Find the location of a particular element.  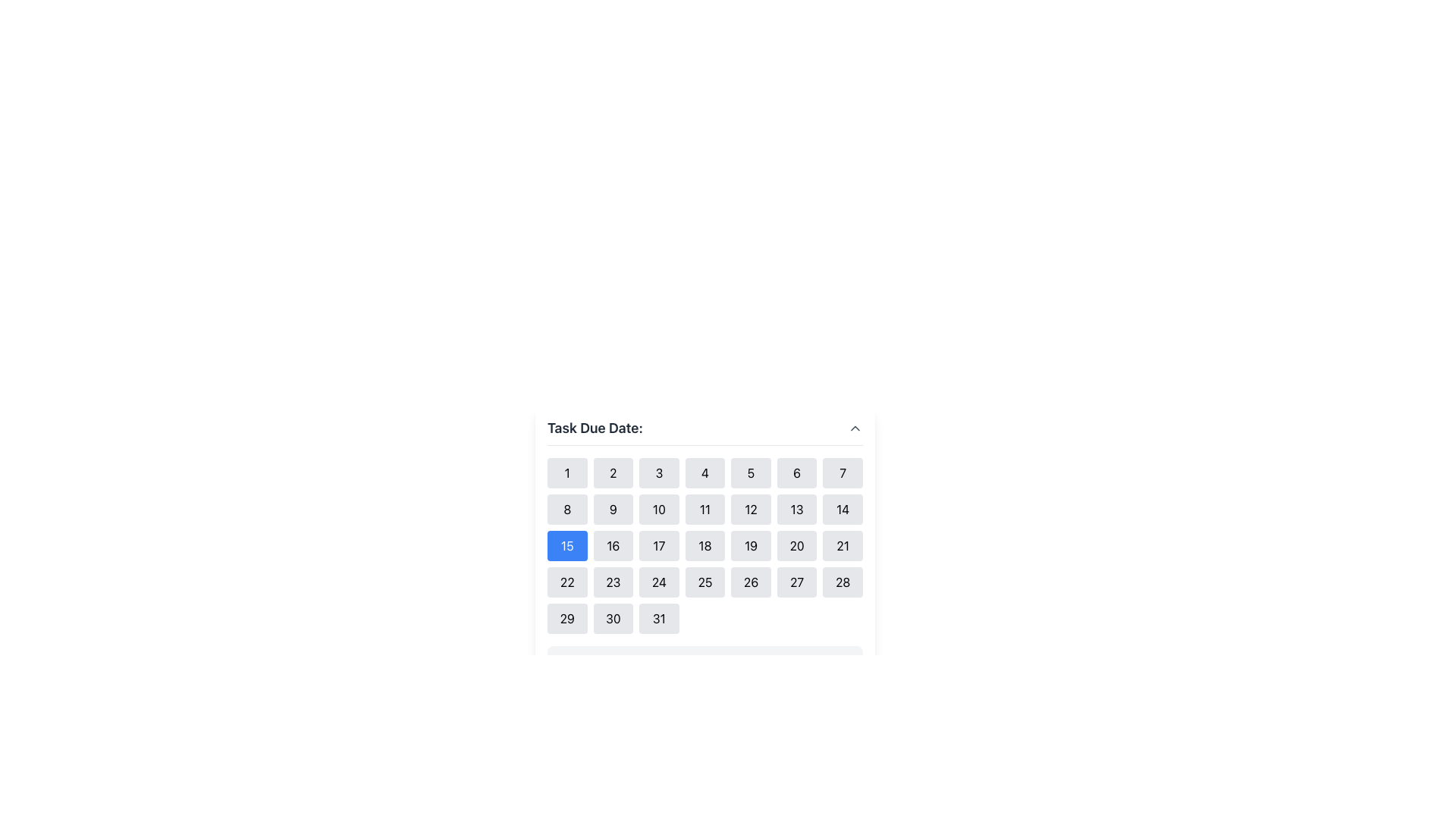

the selectable day button in the calendar widget located in the third row and fifth column is located at coordinates (751, 546).